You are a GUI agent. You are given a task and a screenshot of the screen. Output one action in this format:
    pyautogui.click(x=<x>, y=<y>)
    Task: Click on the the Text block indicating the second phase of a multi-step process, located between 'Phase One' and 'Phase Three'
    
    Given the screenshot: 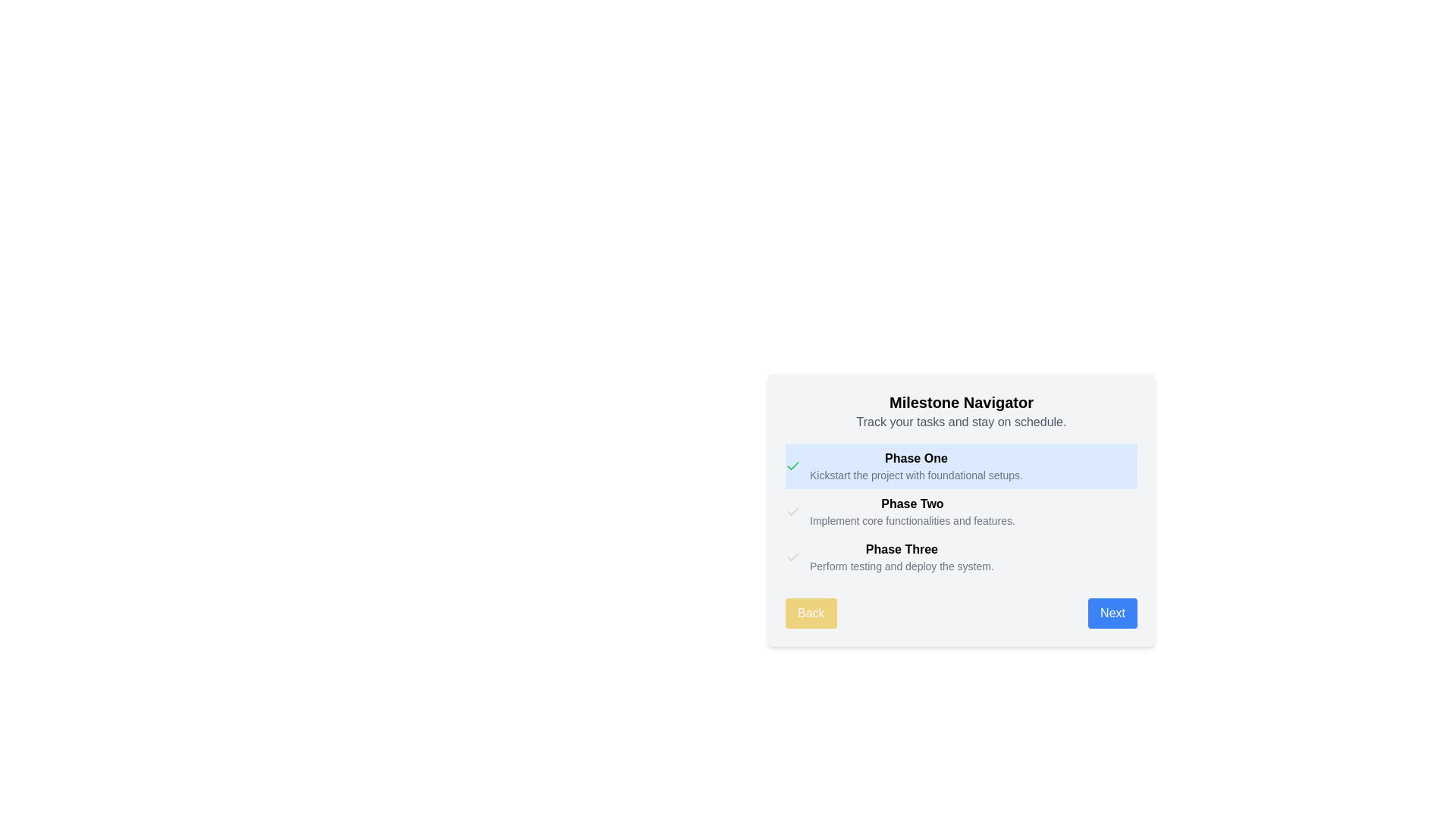 What is the action you would take?
    pyautogui.click(x=912, y=512)
    